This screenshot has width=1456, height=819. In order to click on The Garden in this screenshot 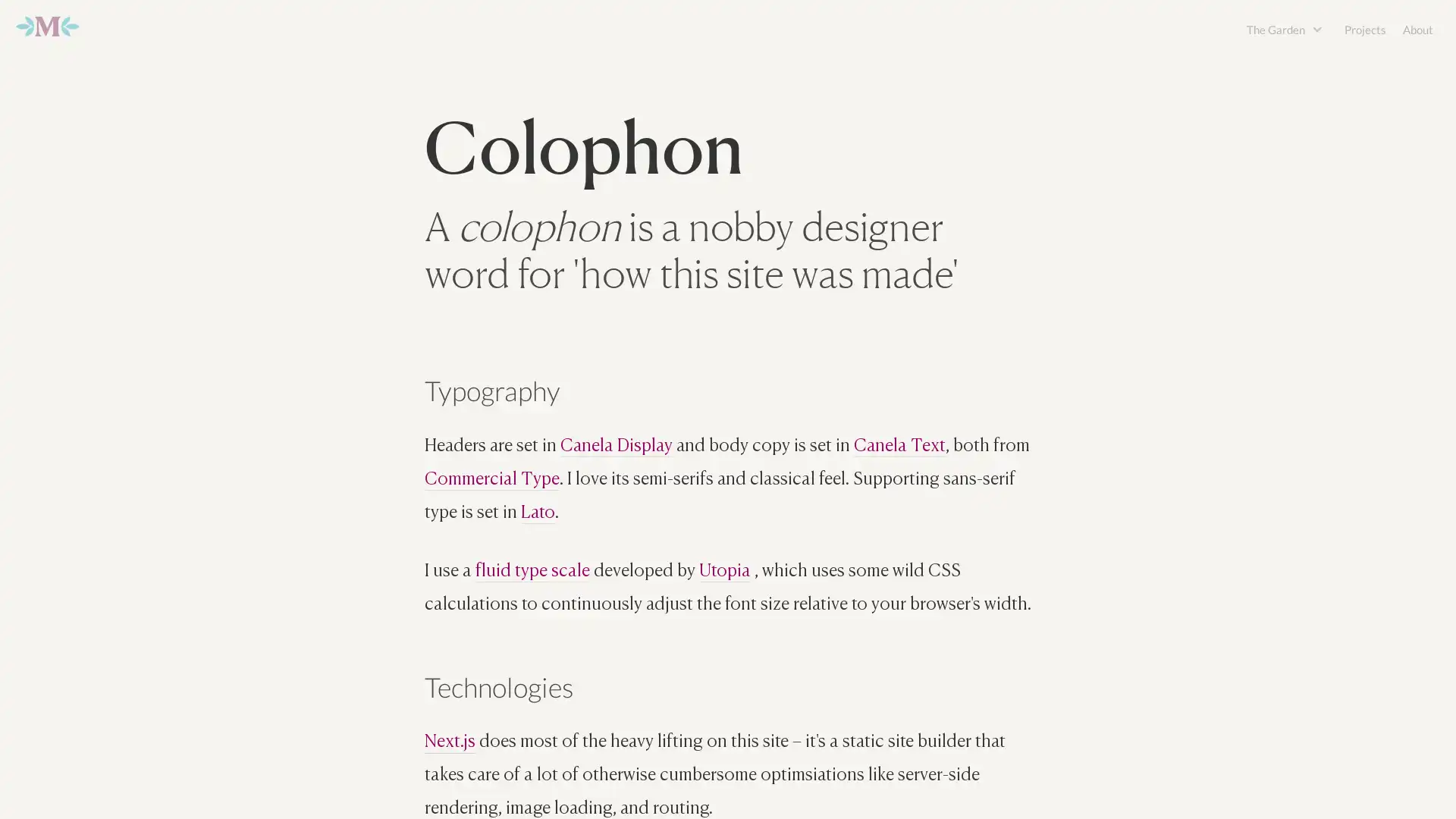, I will do `click(1276, 29)`.